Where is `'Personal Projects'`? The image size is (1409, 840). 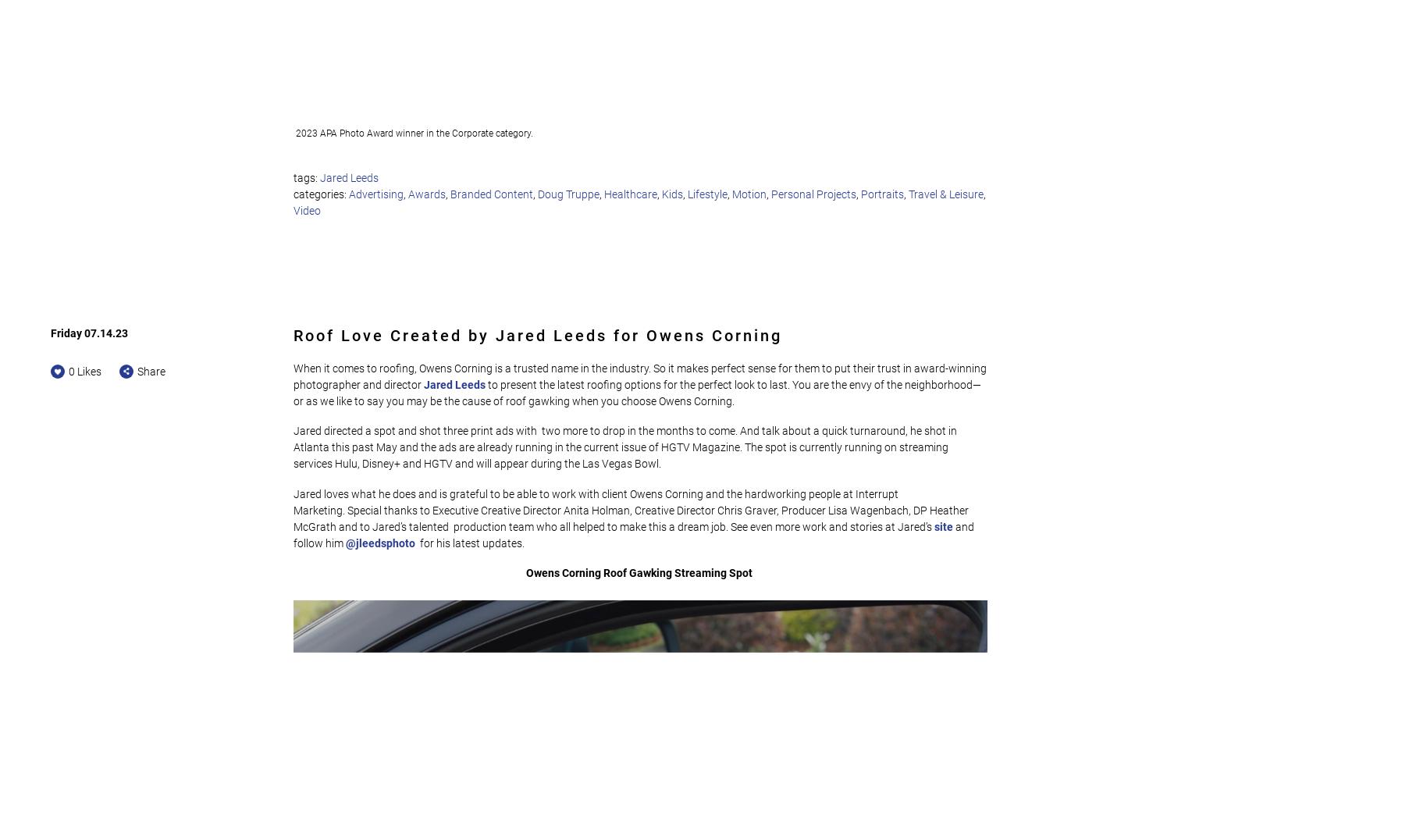 'Personal Projects' is located at coordinates (813, 194).